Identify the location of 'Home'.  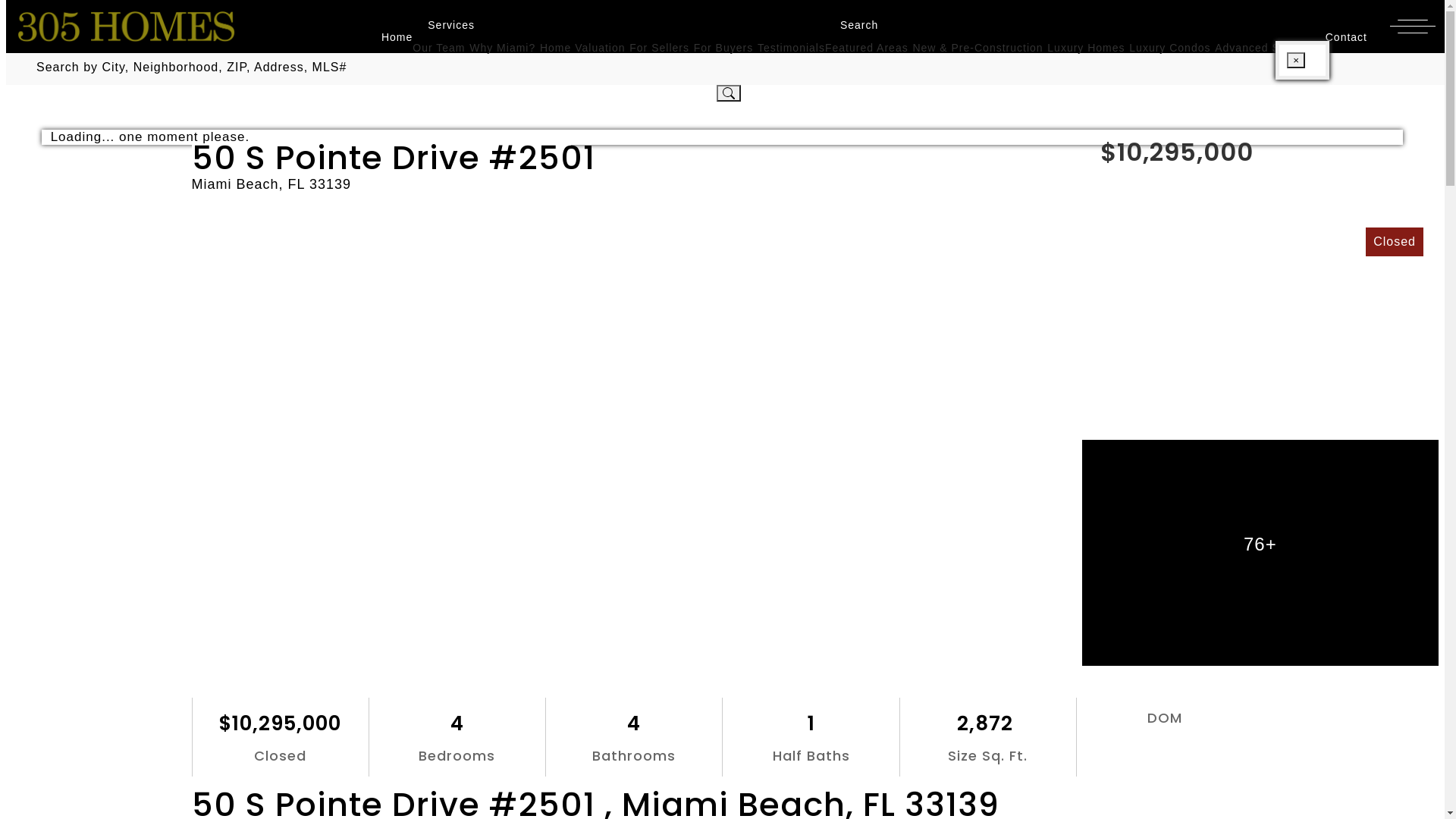
(389, 36).